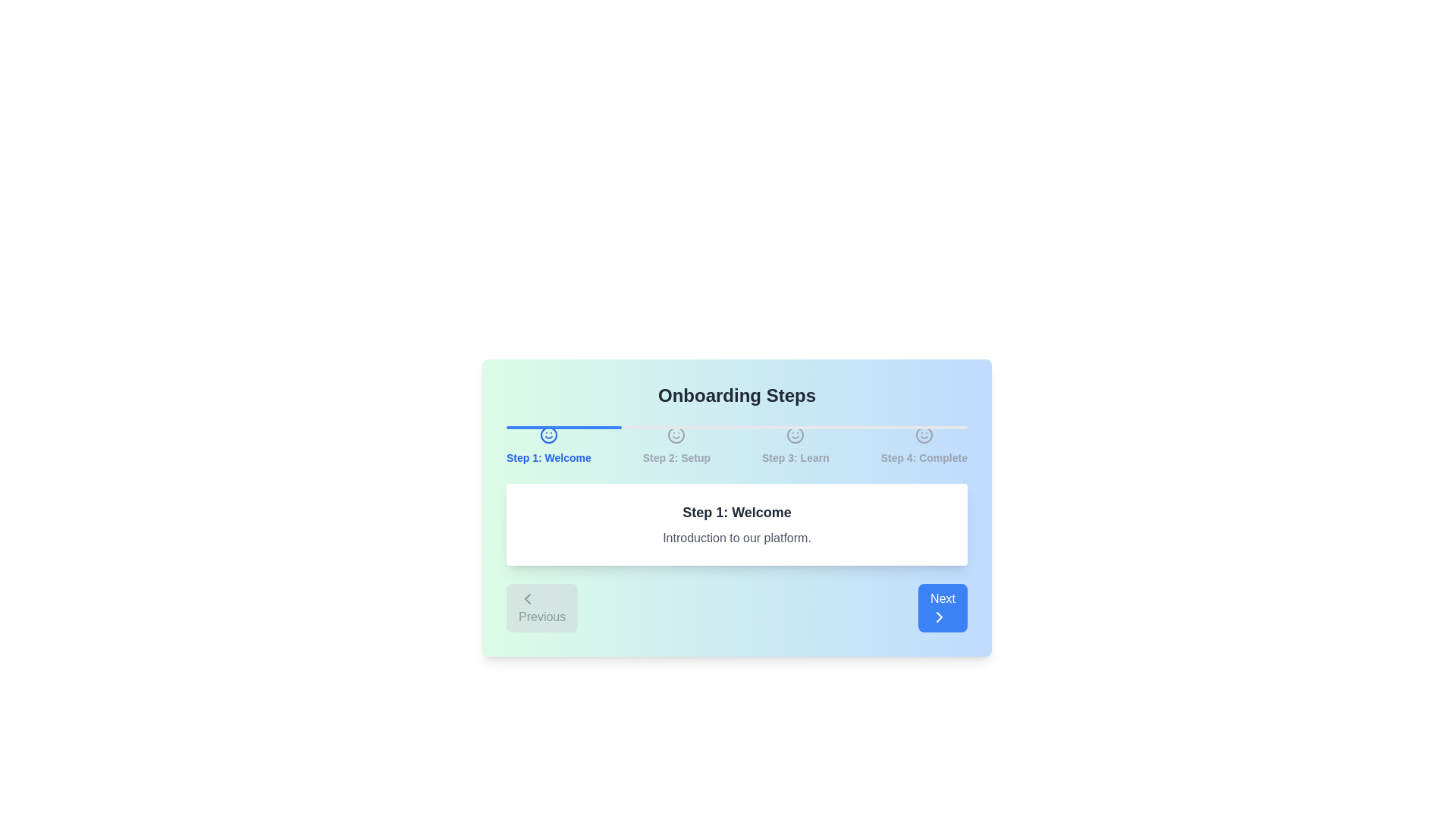 This screenshot has height=819, width=1456. I want to click on the icon representing the current progress on 'Step 3: Learn' in the multi-step onboarding wizard as a static visual representation, so click(795, 435).